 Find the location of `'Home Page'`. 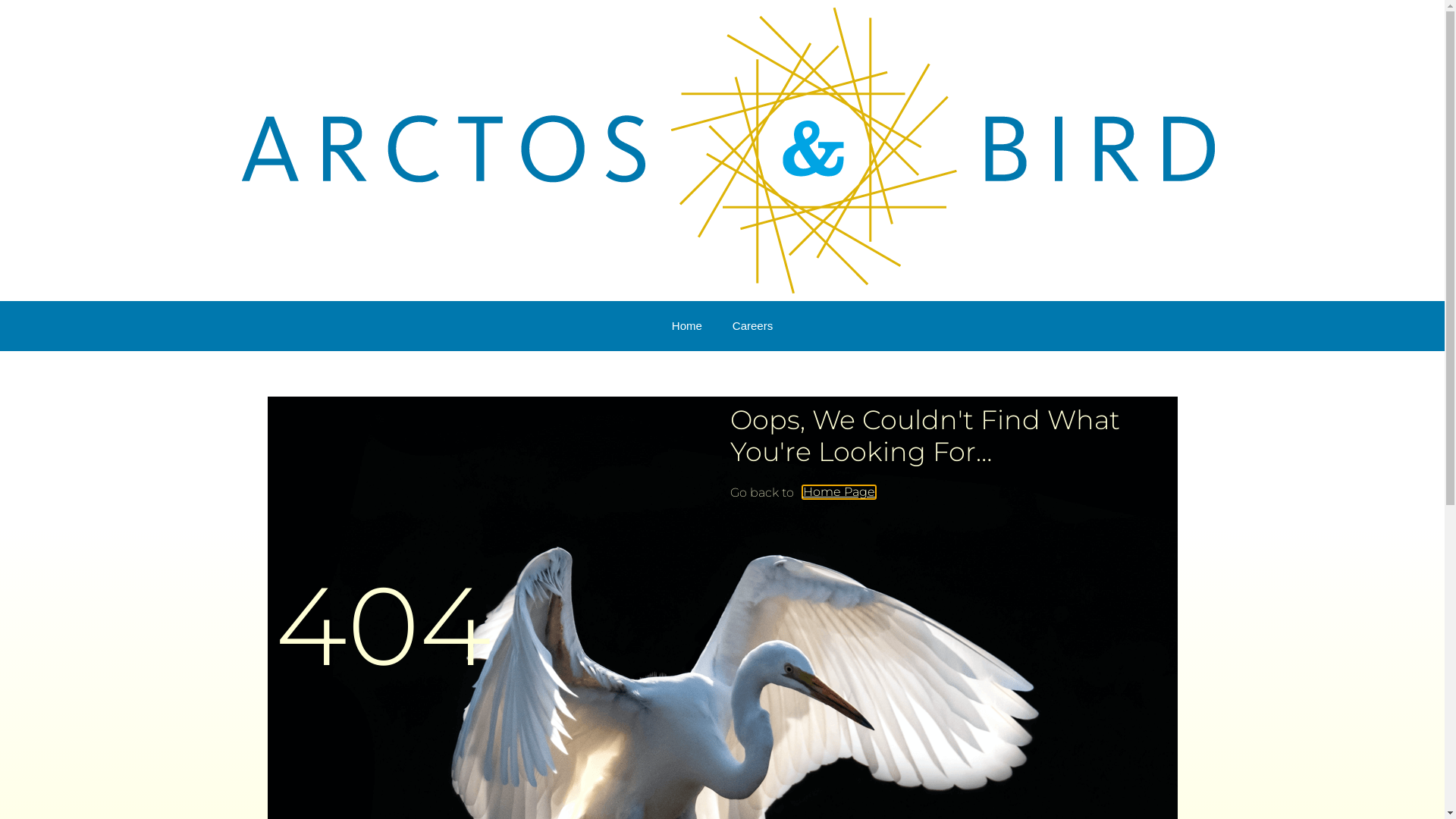

'Home Page' is located at coordinates (837, 491).